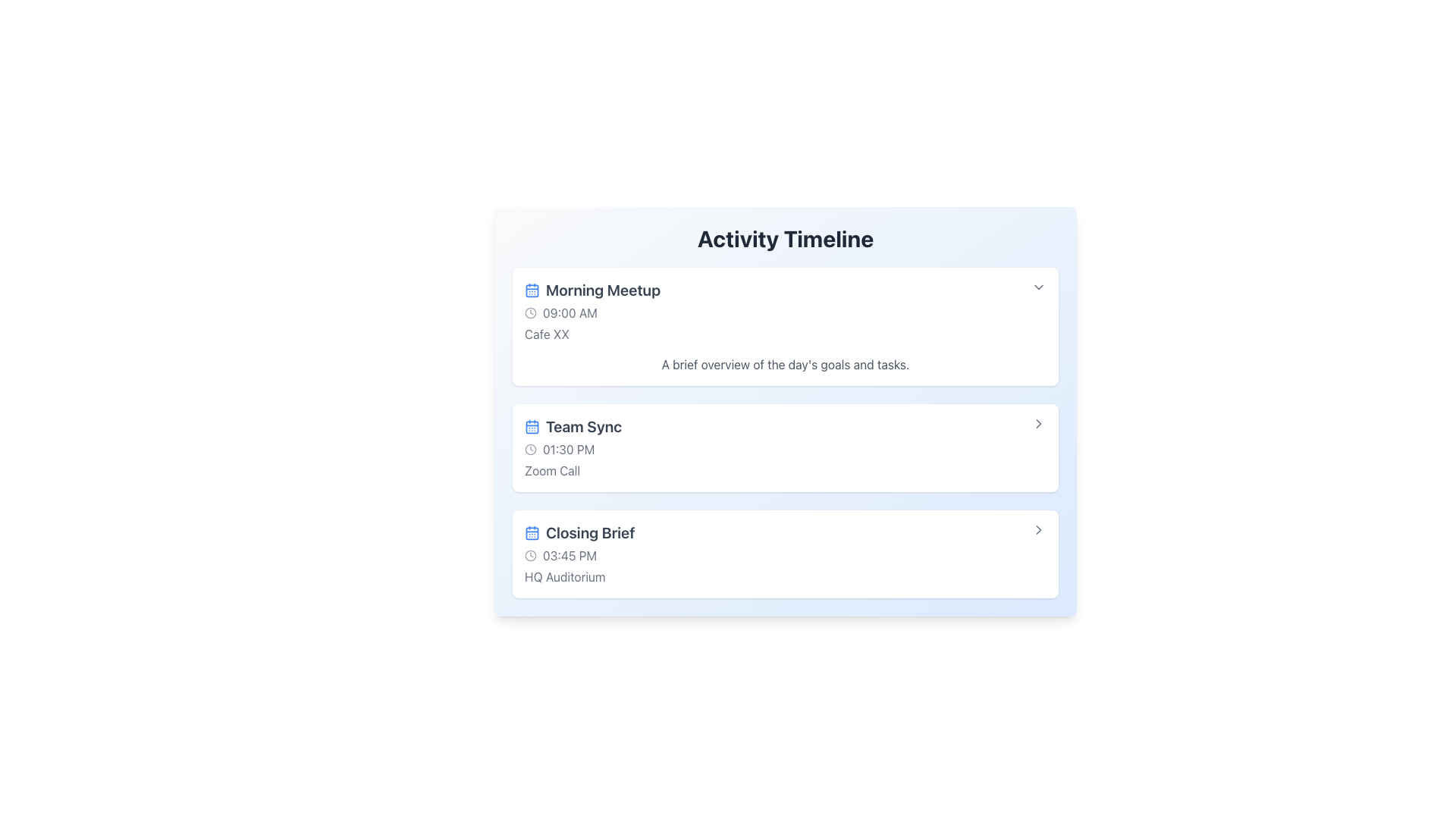 This screenshot has height=819, width=1456. I want to click on the second meeting entry in the timeline, which has a title 'Team Sync', so click(786, 447).